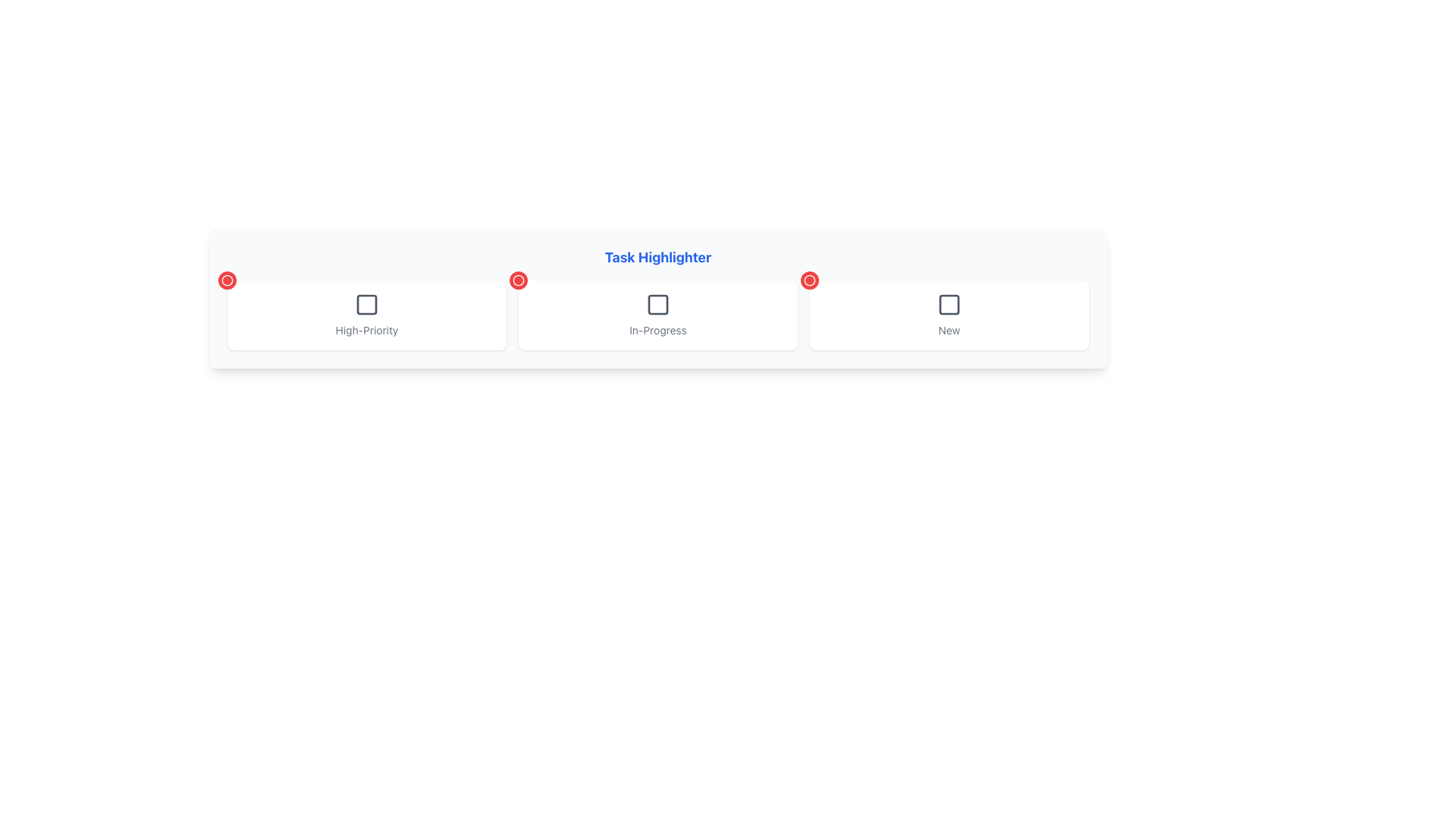  Describe the element at coordinates (367, 315) in the screenshot. I see `the 'High-Priority' static card or category label, which is the leftmost card in a horizontally aligned grid containing 'In-Progress' and 'New'` at that location.